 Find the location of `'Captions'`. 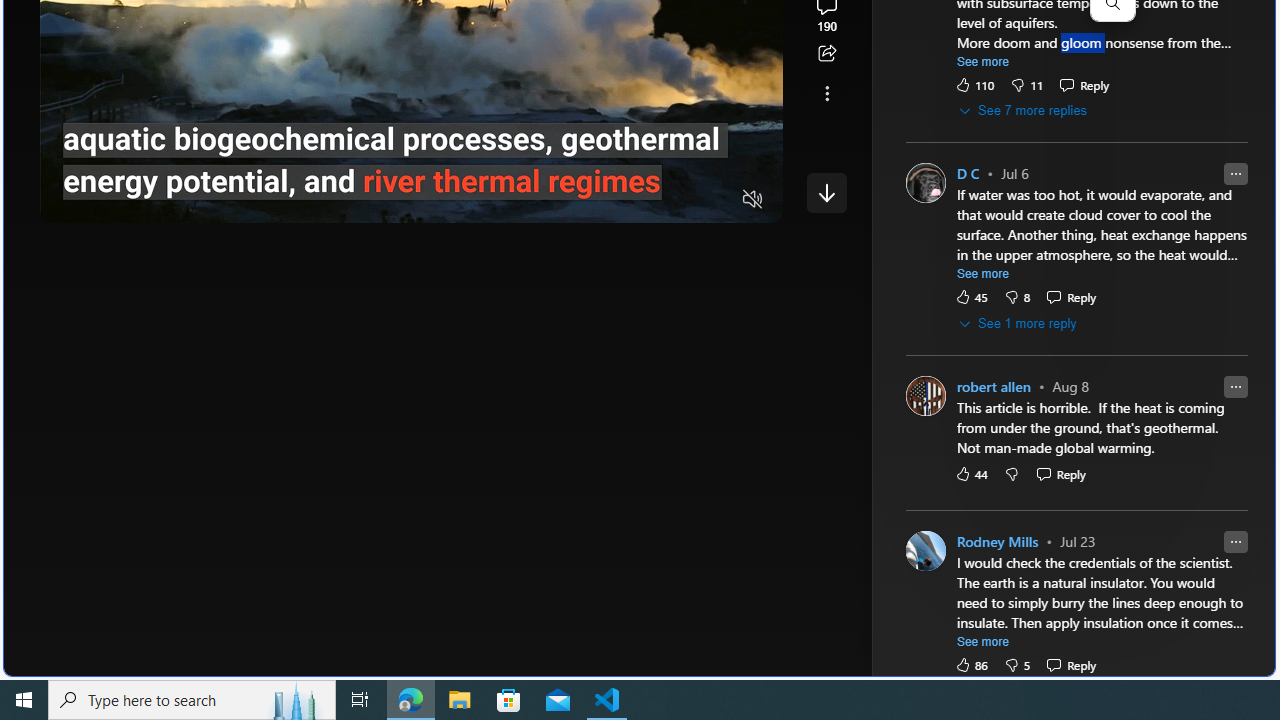

'Captions' is located at coordinates (675, 200).